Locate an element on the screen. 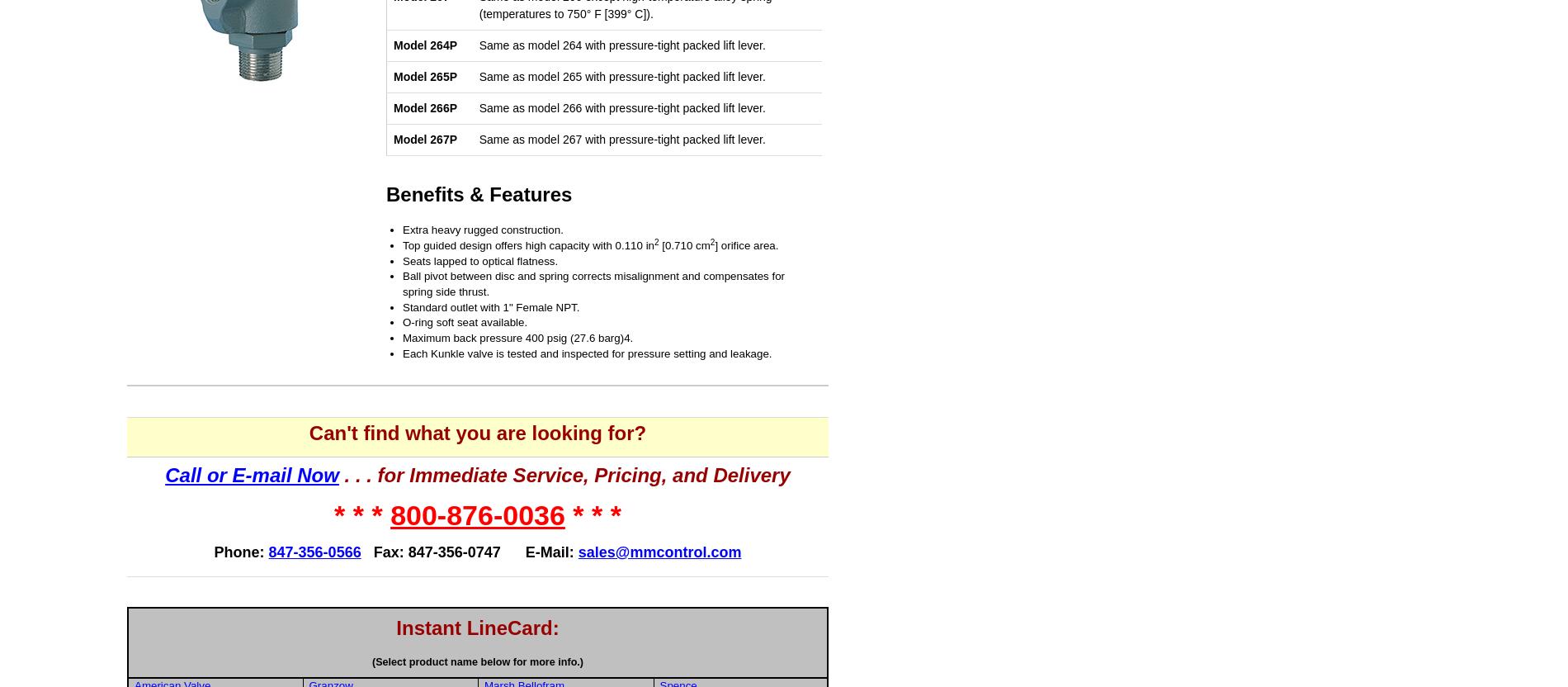  'Phone:' is located at coordinates (240, 552).